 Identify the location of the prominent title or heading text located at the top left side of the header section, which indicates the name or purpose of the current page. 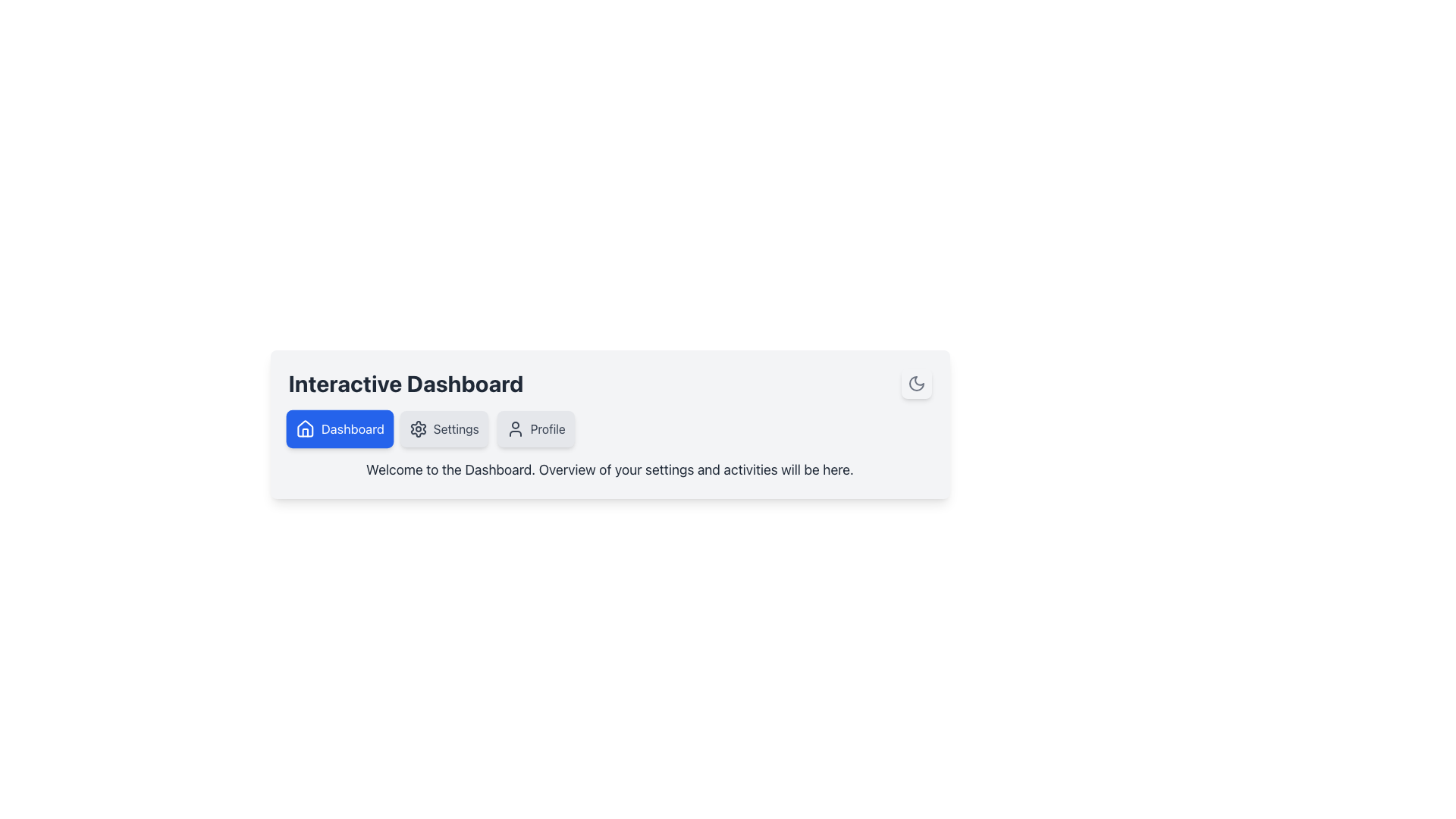
(406, 382).